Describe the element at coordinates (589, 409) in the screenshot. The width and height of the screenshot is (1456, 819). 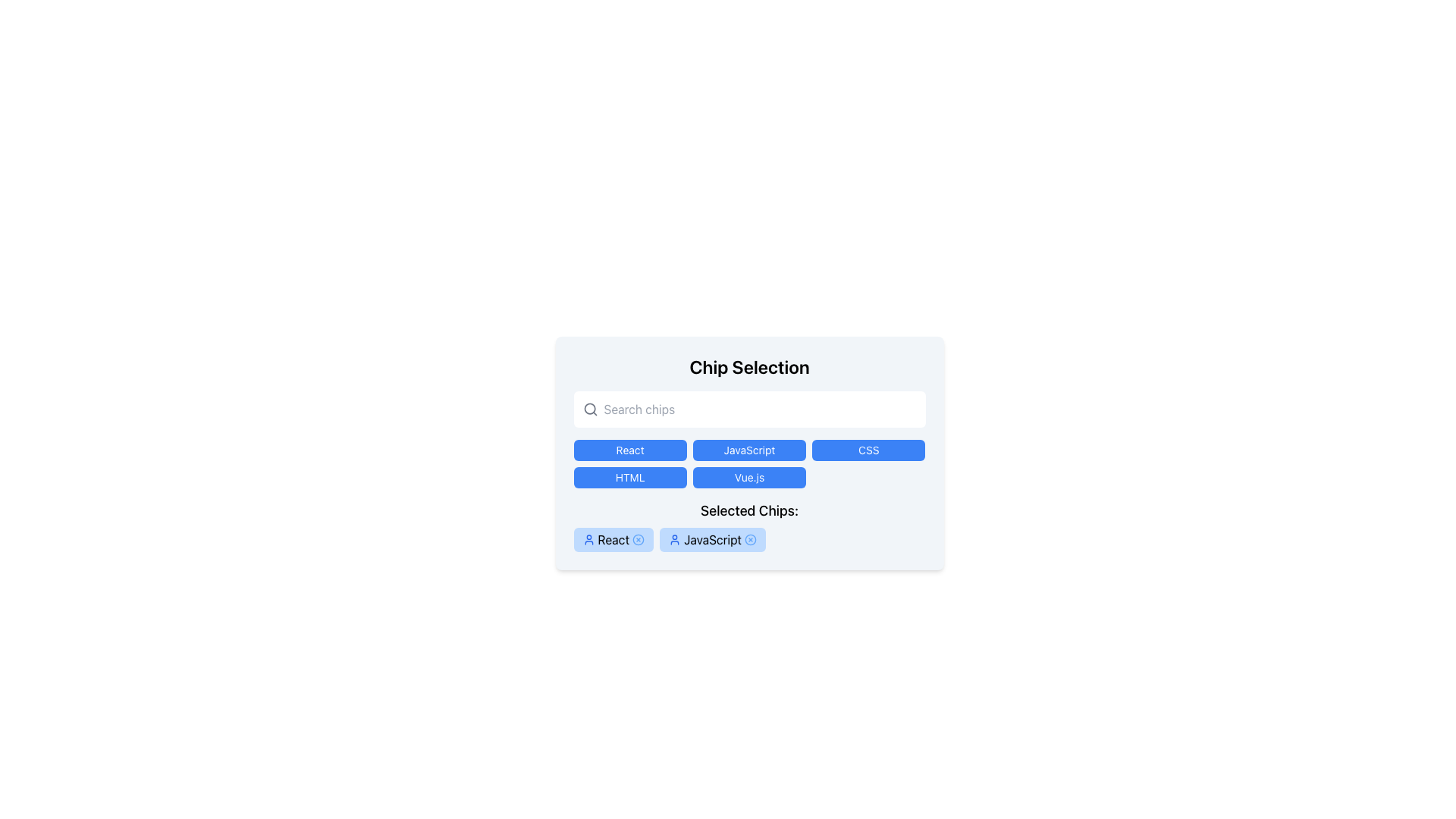
I see `the circular search icon with a magnifying glass located at the far left of the 'Search chips' input field to initiate a search` at that location.